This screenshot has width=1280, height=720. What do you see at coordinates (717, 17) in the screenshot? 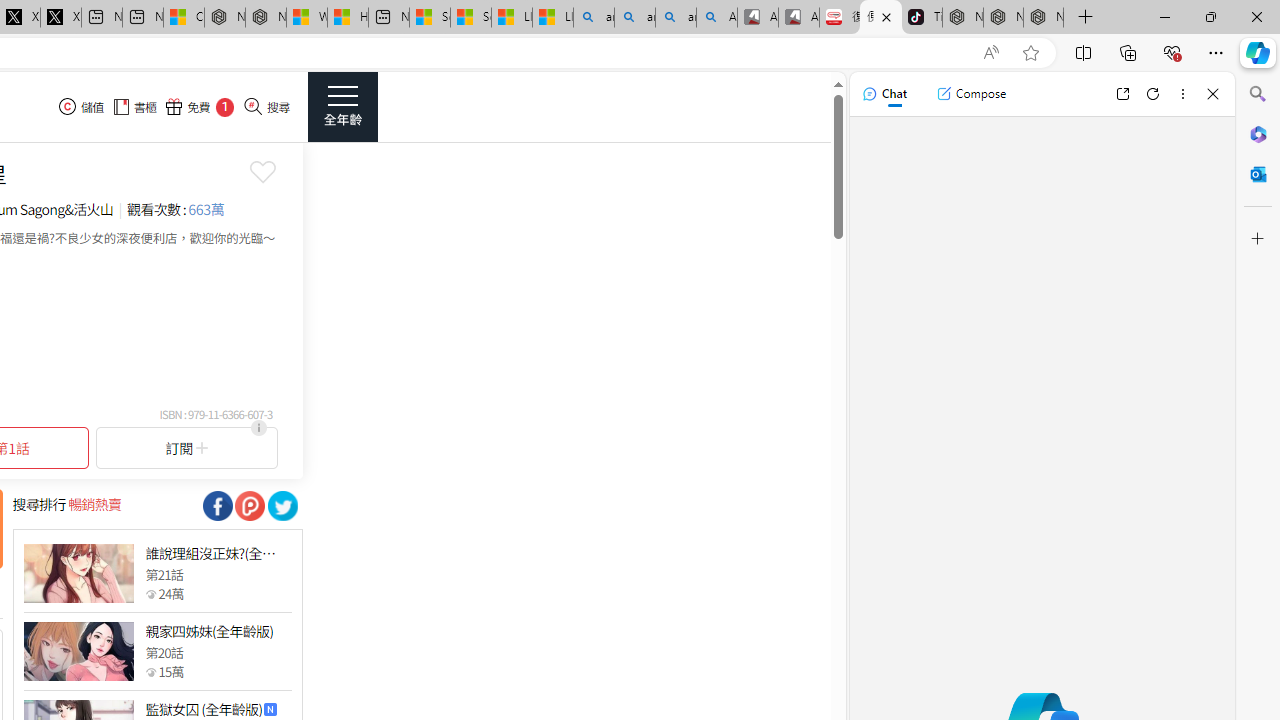
I see `'Amazon Echo Robot - Search Images'` at bounding box center [717, 17].